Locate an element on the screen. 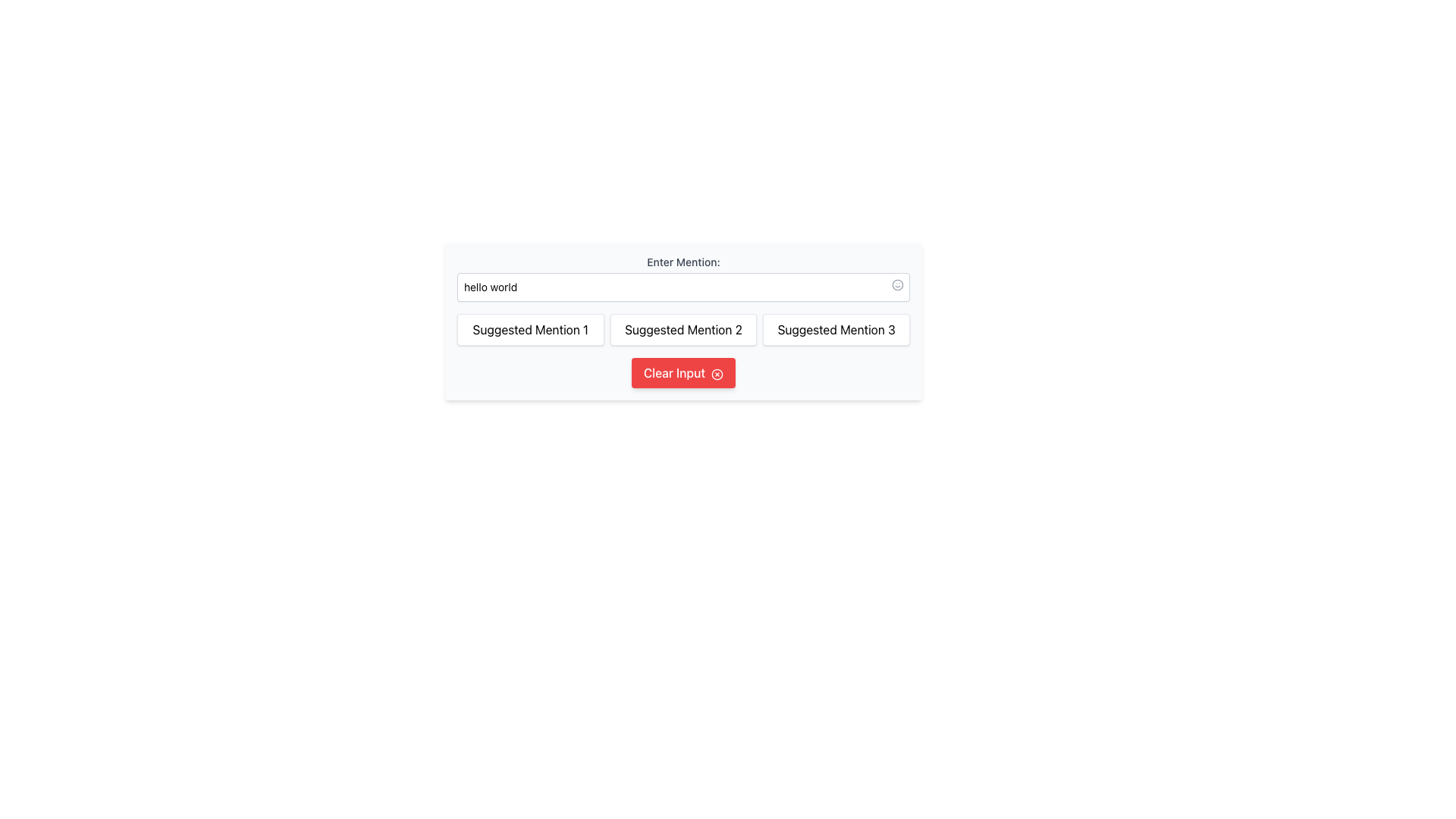  the SVG circle element, which is a small circle with a radius of 10 units, located at the center of a 24x24 pixel icon in the top-right corner of the box is located at coordinates (898, 284).